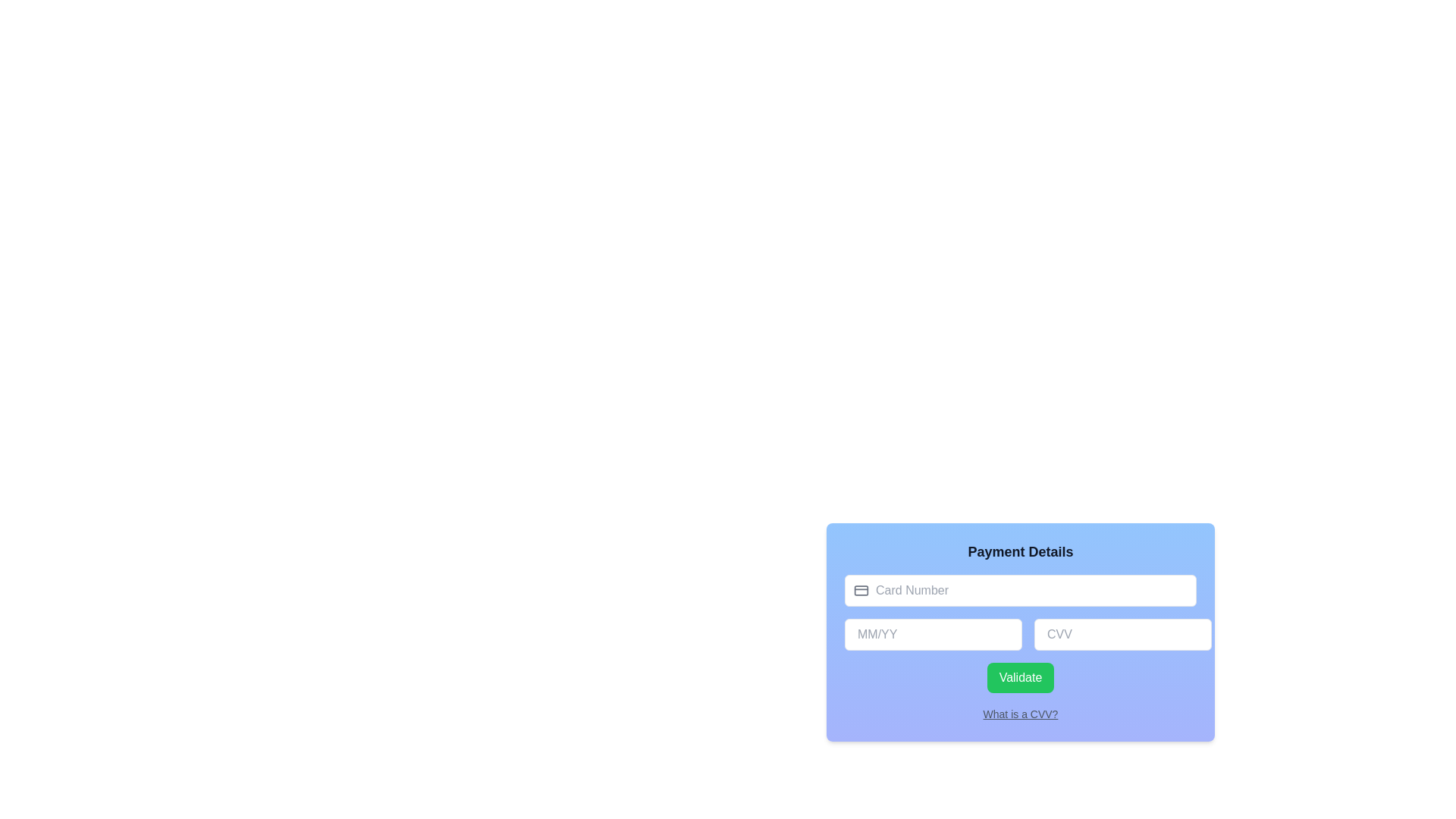 The image size is (1456, 819). Describe the element at coordinates (1020, 677) in the screenshot. I see `the validation button located below the 'MM/YY' and 'CVV' input fields in the Payment Details section to initiate the validation process` at that location.